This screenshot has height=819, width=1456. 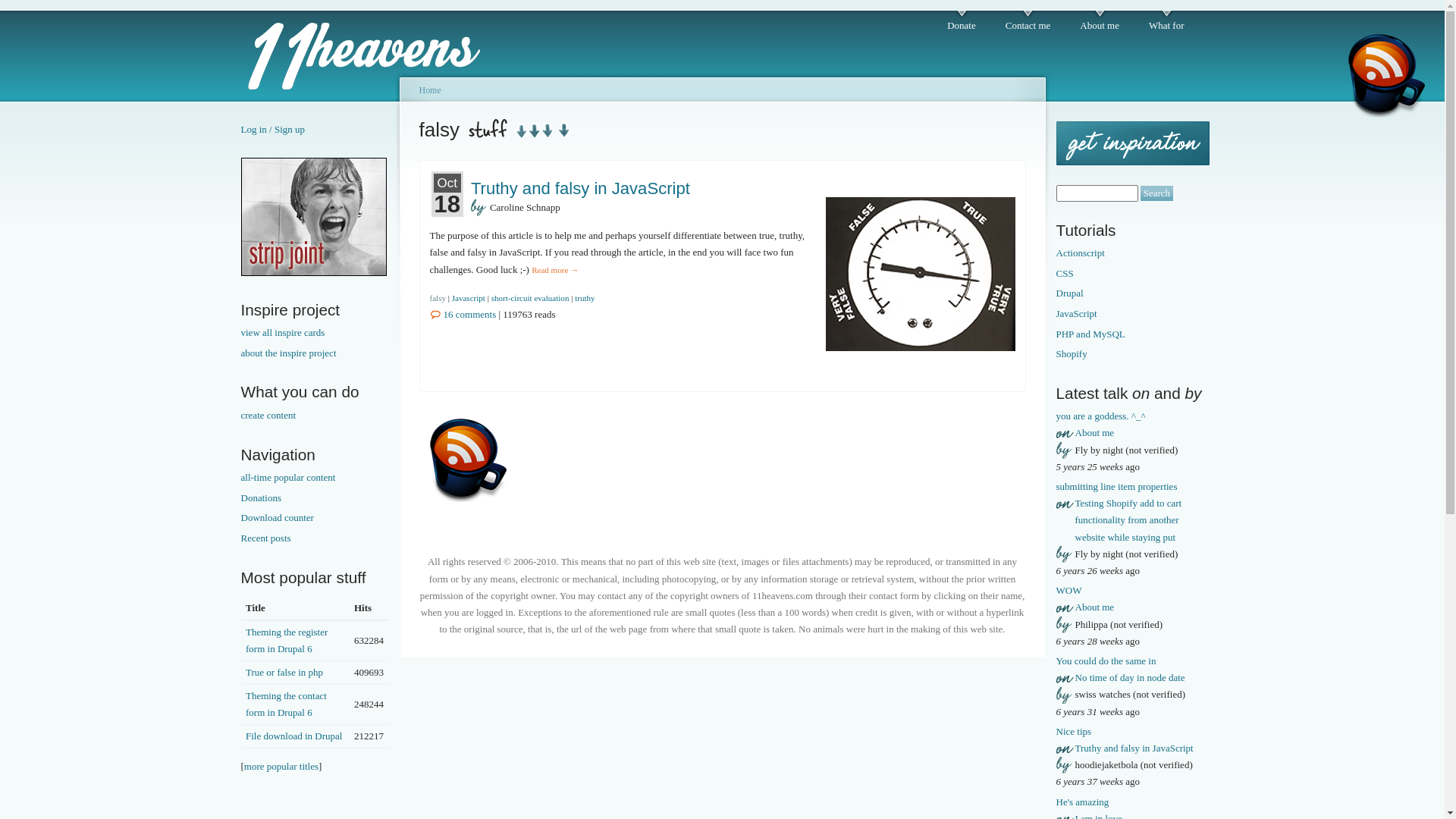 I want to click on 'Drupal', so click(x=1129, y=293).